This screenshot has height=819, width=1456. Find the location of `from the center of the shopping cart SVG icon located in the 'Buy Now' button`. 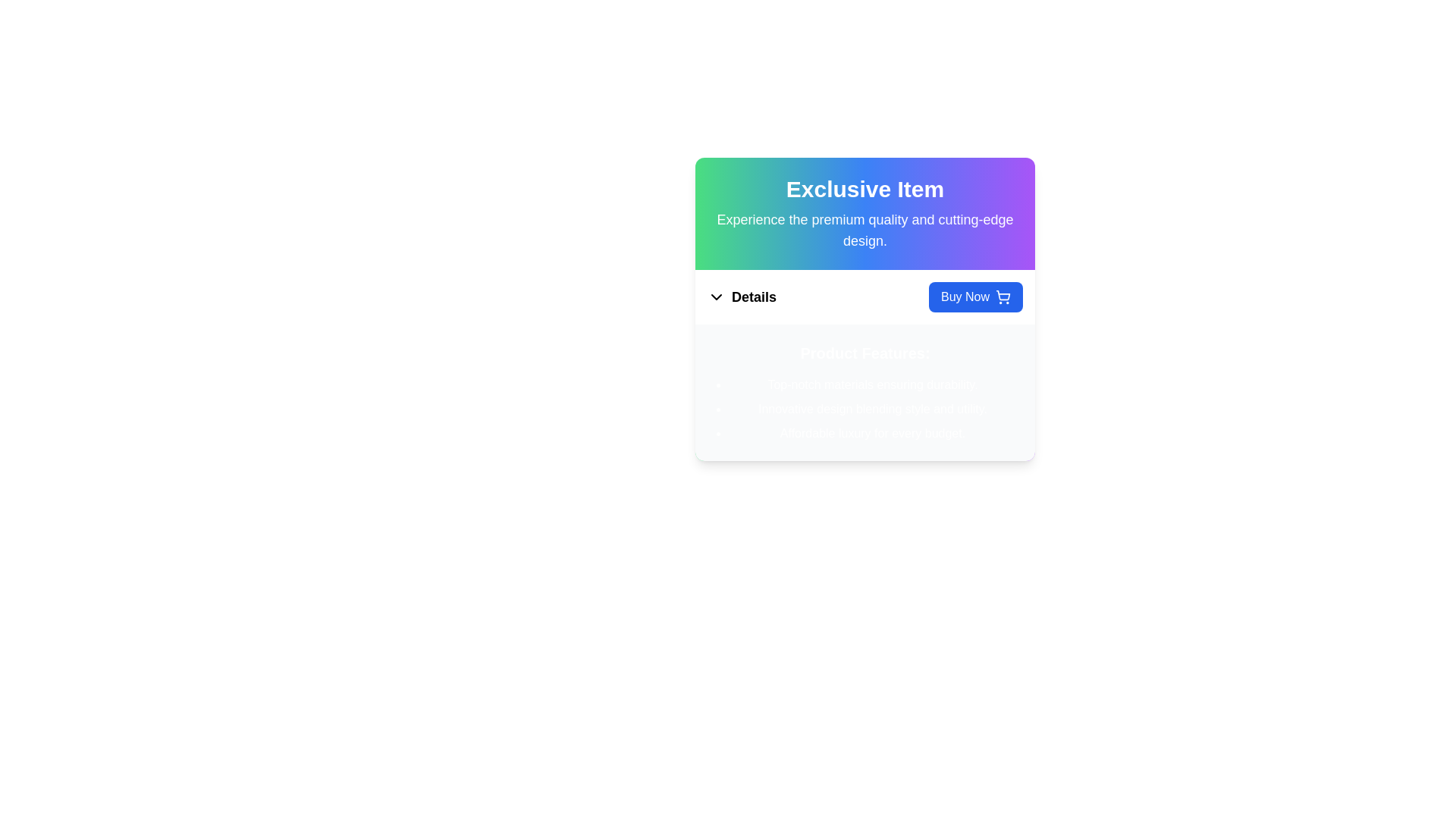

from the center of the shopping cart SVG icon located in the 'Buy Now' button is located at coordinates (1003, 295).